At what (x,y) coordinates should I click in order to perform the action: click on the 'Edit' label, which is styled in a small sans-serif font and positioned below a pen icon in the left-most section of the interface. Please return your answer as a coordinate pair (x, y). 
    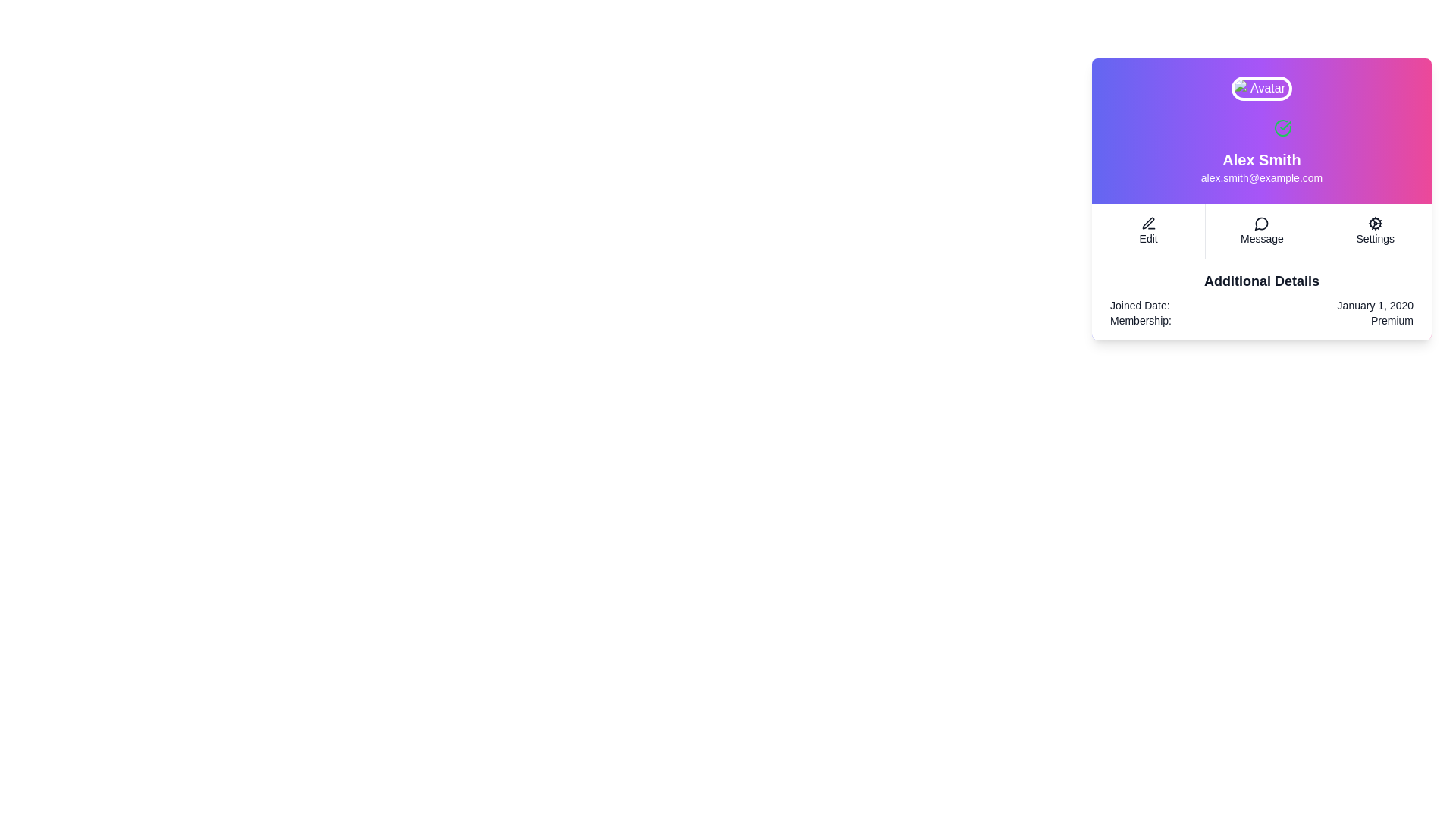
    Looking at the image, I should click on (1148, 239).